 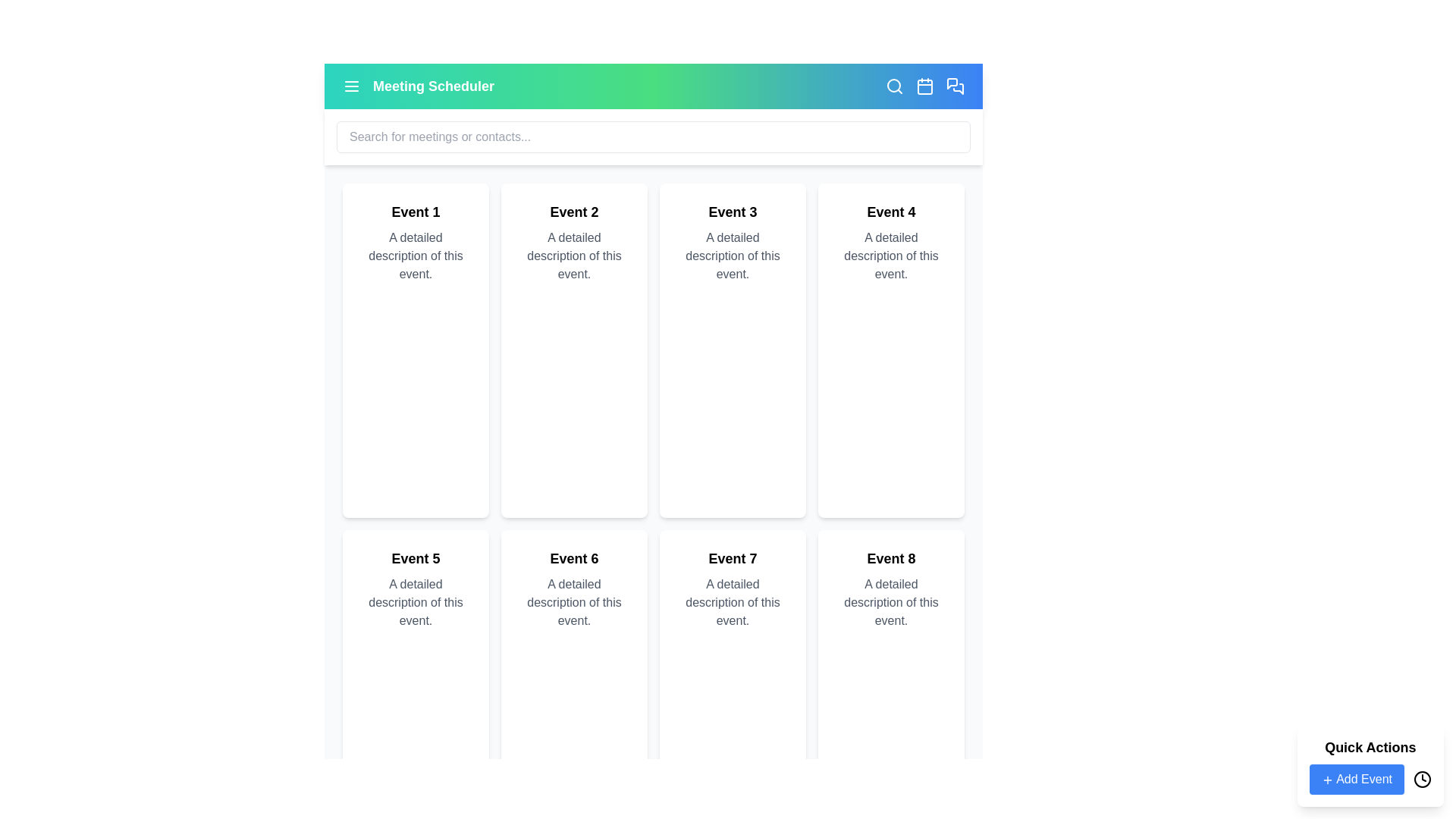 What do you see at coordinates (733, 350) in the screenshot?
I see `the informational card that presents details about 'Event 3', located in the third column of the first row in a 4-column grid layout` at bounding box center [733, 350].